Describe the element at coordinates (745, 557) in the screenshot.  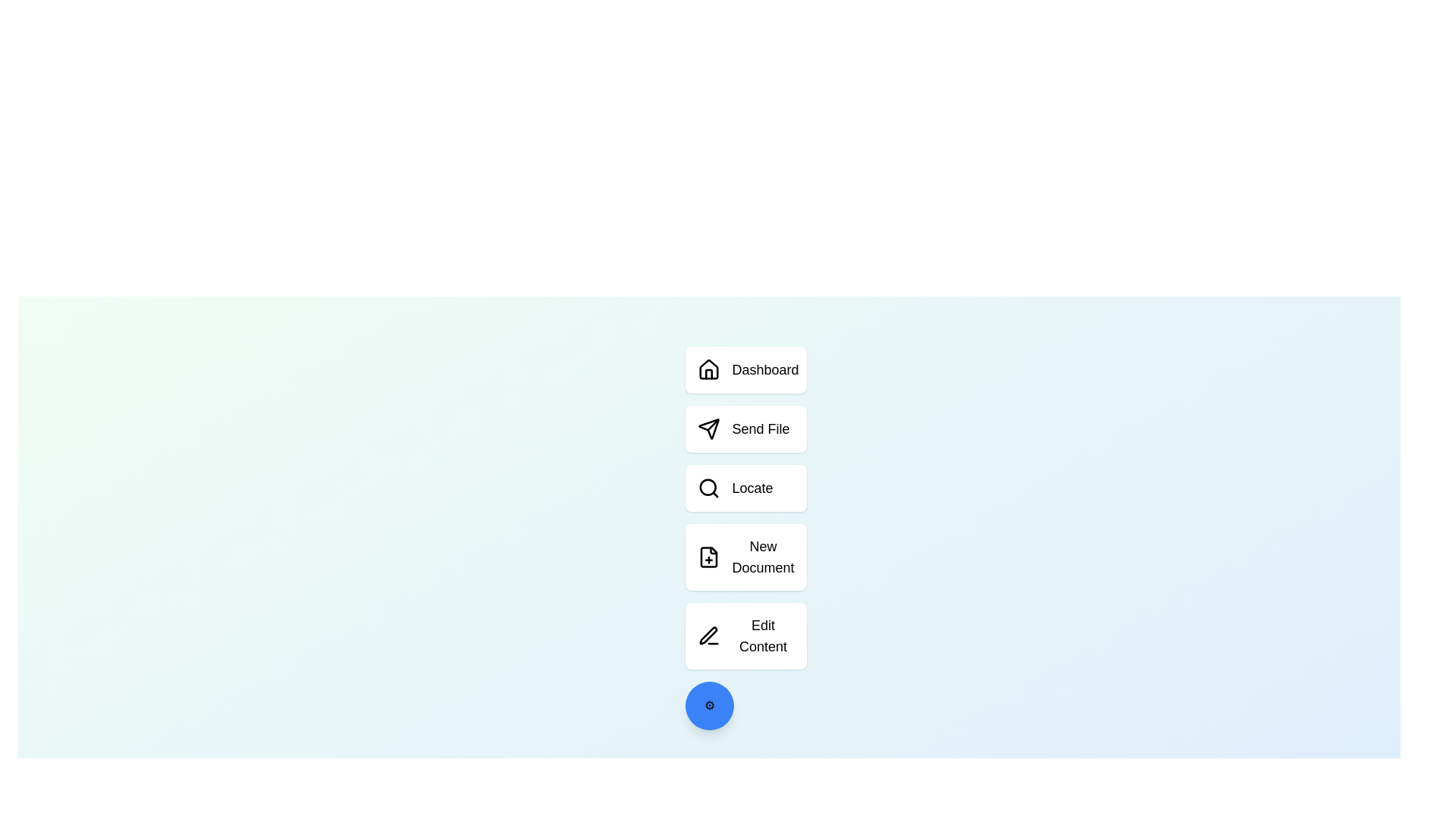
I see `the New Document button in the menu` at that location.